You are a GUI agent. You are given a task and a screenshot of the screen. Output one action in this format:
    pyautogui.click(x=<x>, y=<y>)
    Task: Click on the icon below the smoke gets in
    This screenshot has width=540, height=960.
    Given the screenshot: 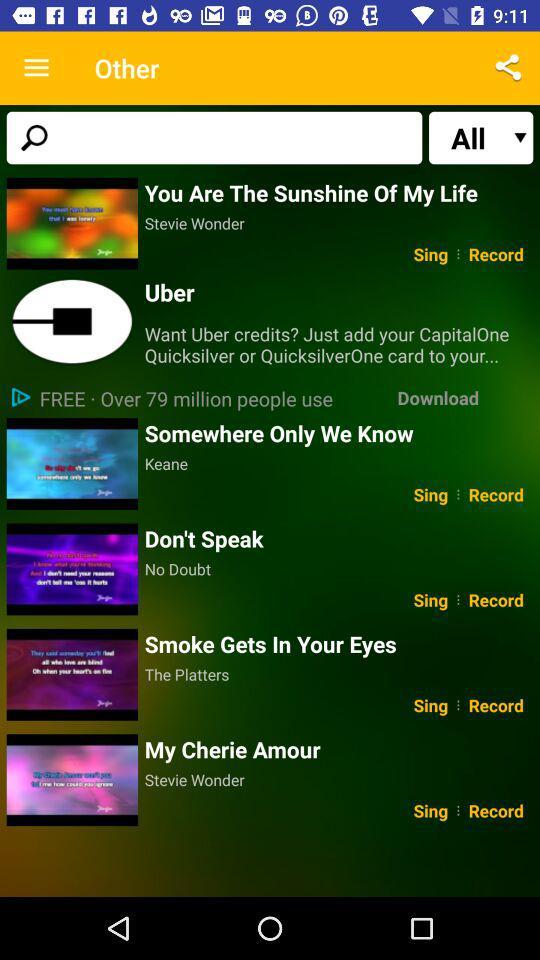 What is the action you would take?
    pyautogui.click(x=338, y=674)
    